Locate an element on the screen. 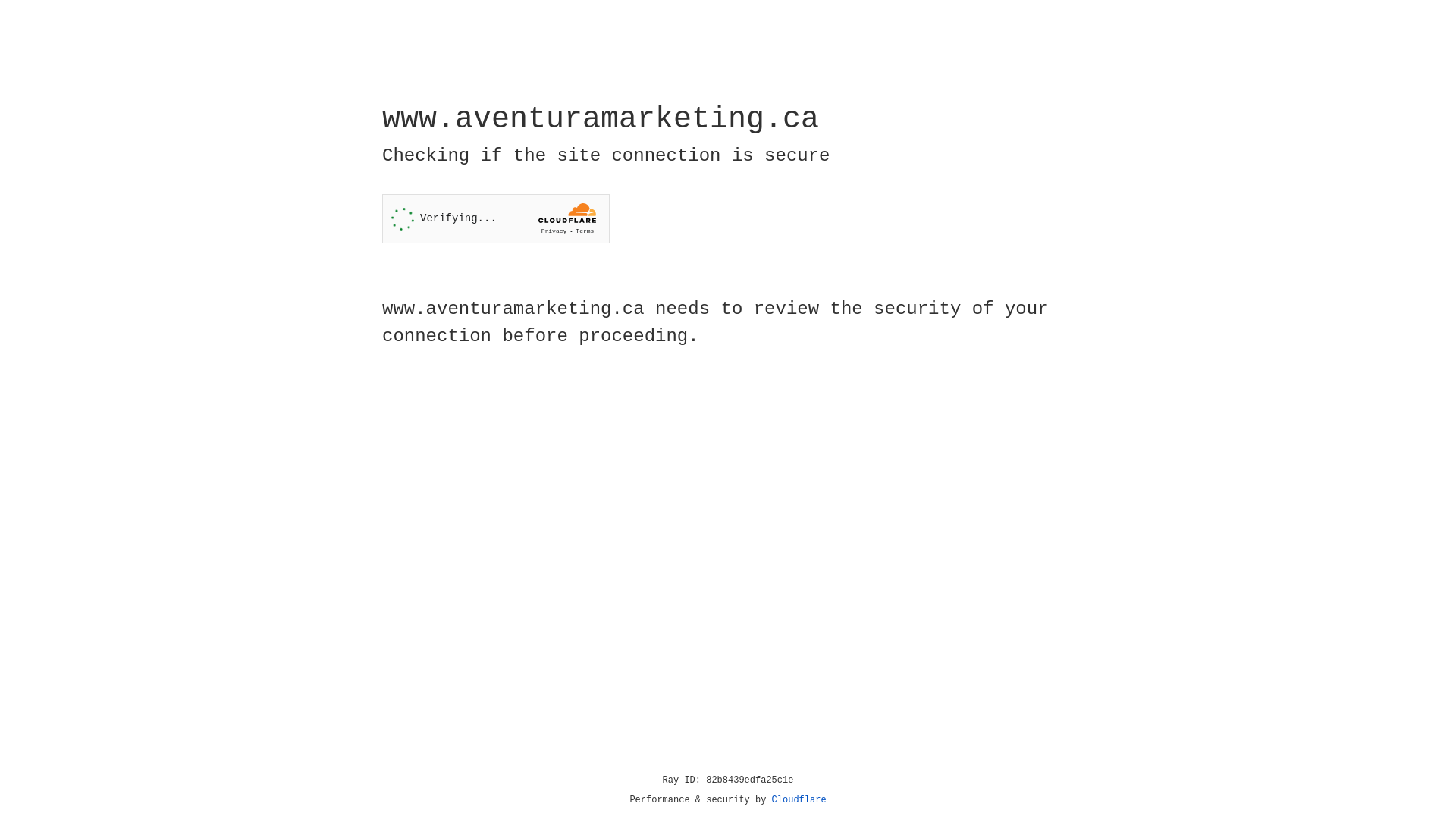 The height and width of the screenshot is (819, 1456). 'Widget containing a Cloudflare security challenge' is located at coordinates (495, 218).